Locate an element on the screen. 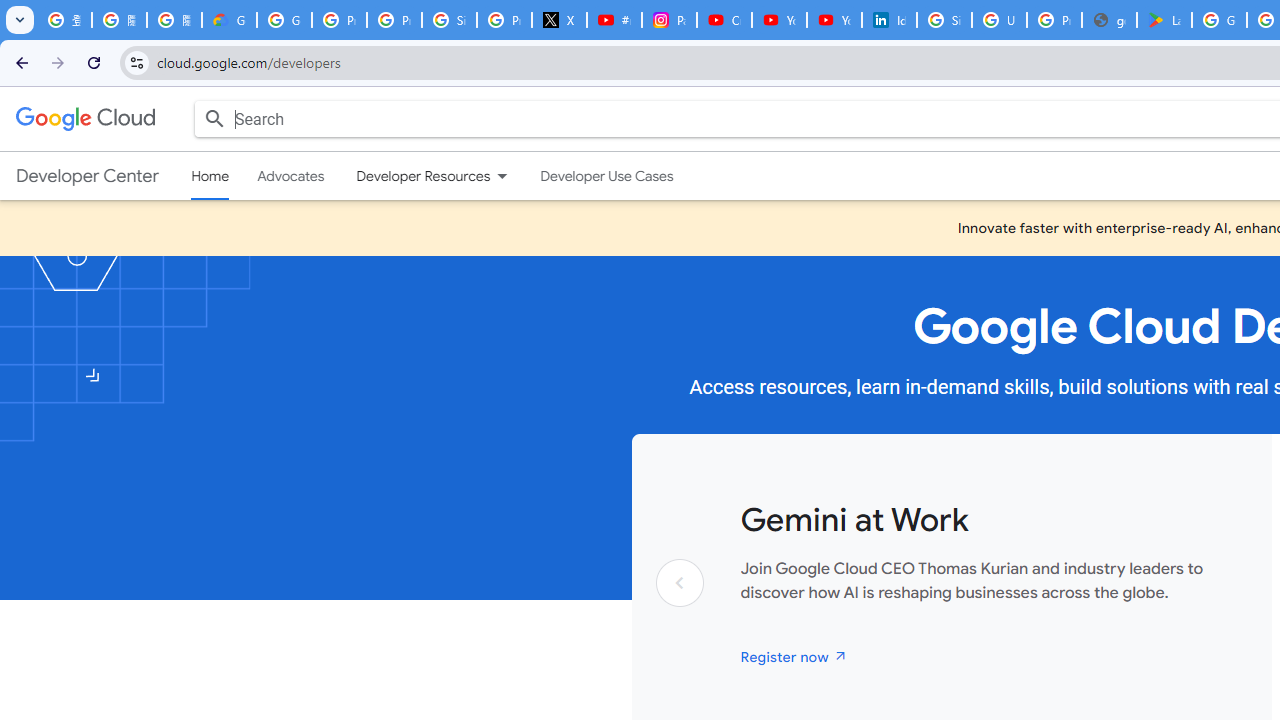 This screenshot has height=720, width=1280. 'Privacy Help Center - Policies Help' is located at coordinates (394, 20).